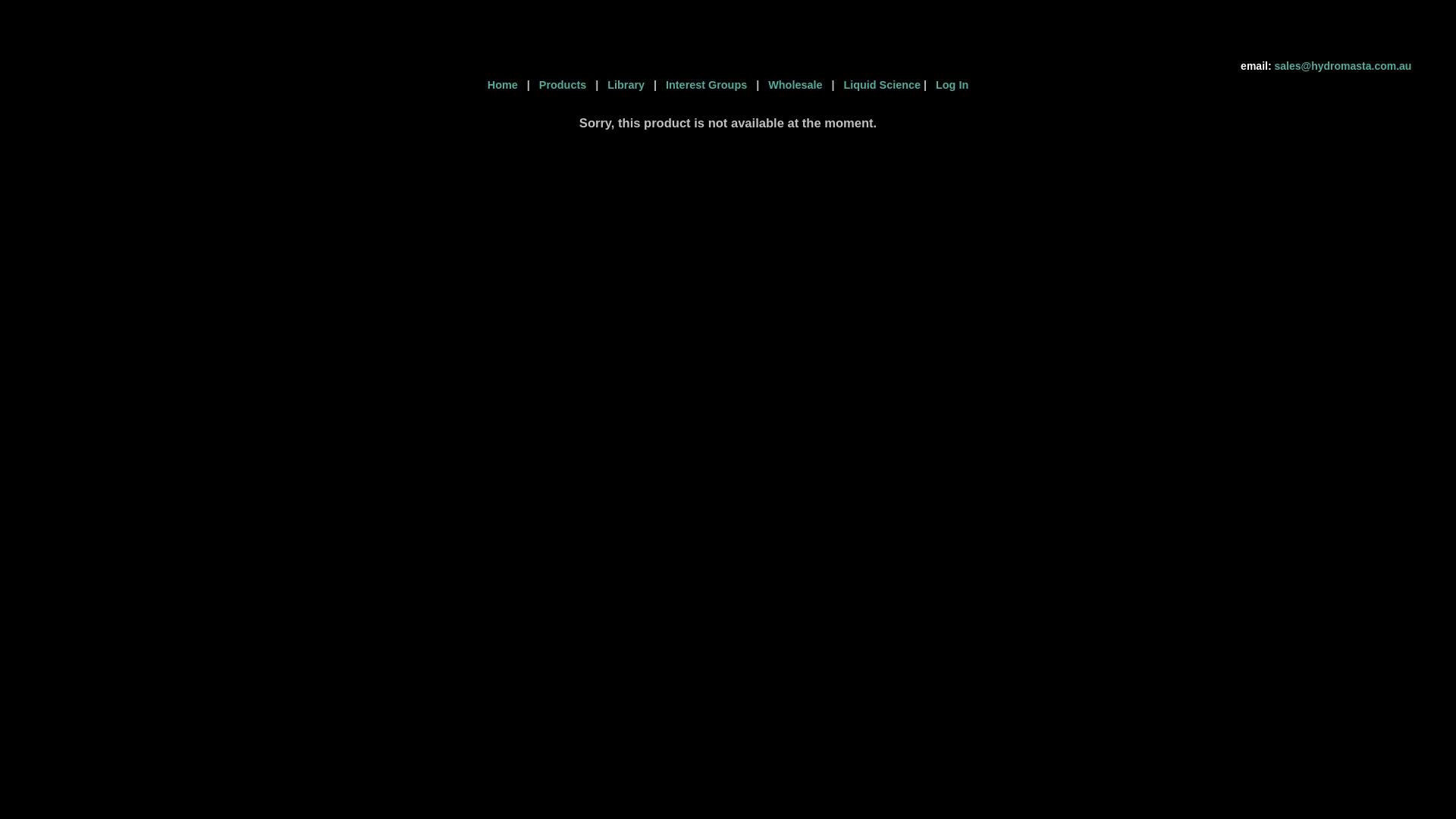 This screenshot has width=1456, height=819. Describe the element at coordinates (878, 84) in the screenshot. I see `'  Liquid Science'` at that location.